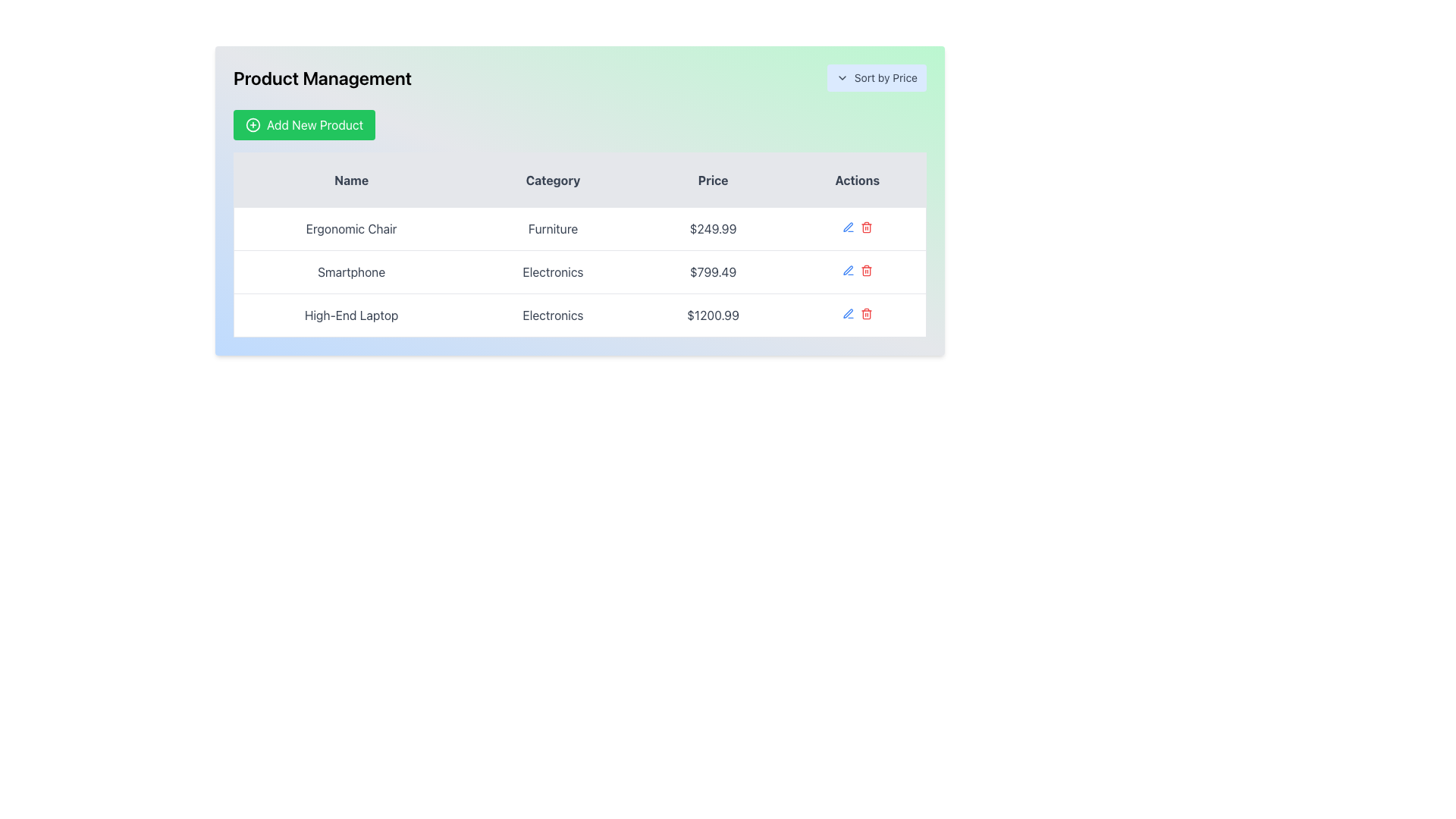  I want to click on the 'Category' text label, which is the second column header in the table view, aligned between 'Name' and 'Price', so click(552, 179).